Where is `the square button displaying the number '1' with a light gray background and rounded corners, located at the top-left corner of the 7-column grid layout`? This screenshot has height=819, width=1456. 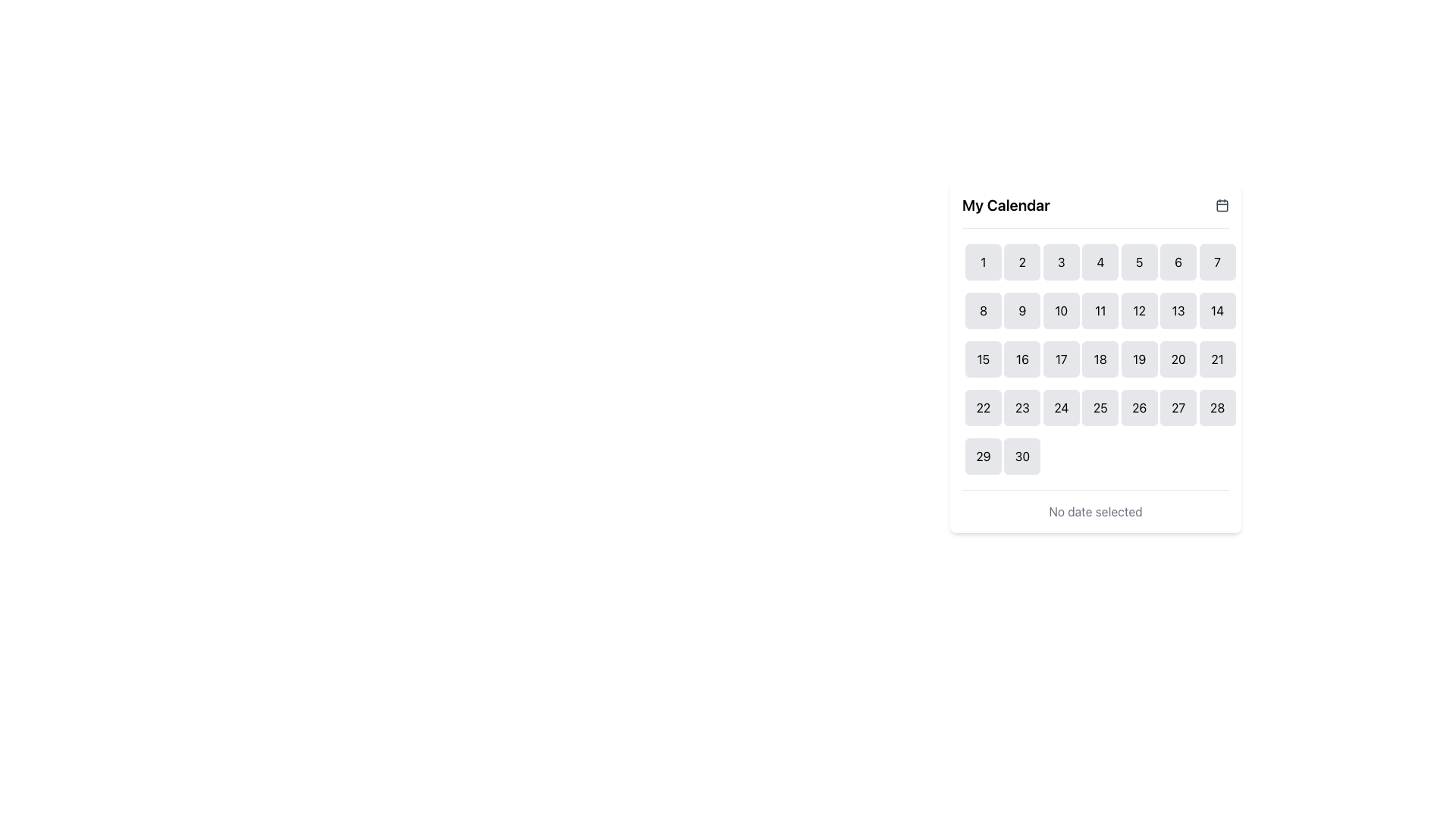
the square button displaying the number '1' with a light gray background and rounded corners, located at the top-left corner of the 7-column grid layout is located at coordinates (983, 262).